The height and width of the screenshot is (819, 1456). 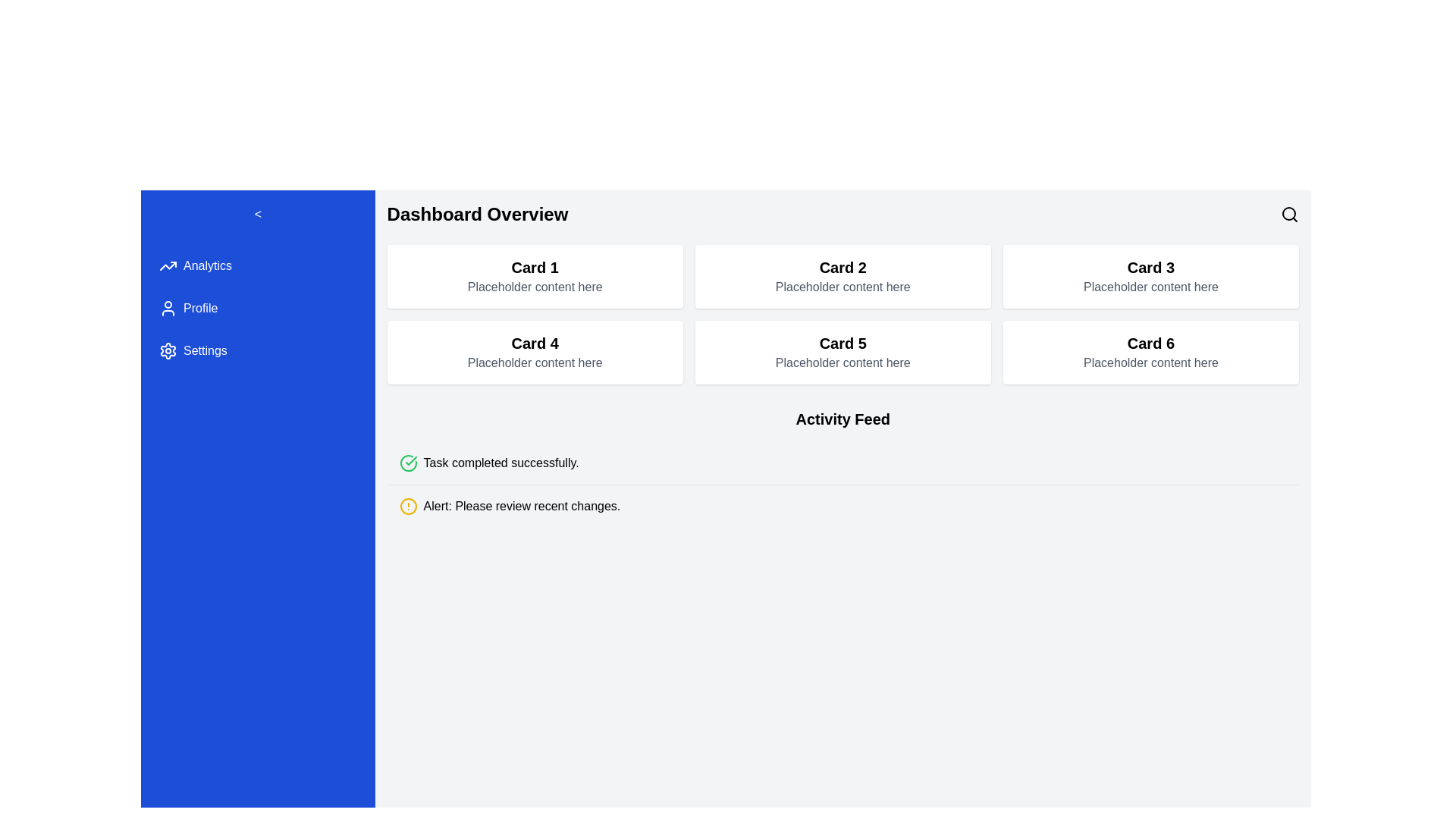 What do you see at coordinates (1150, 287) in the screenshot?
I see `the text label displaying 'Placeholder content here' within 'Card 3', located in the first row and third column of the card grid` at bounding box center [1150, 287].